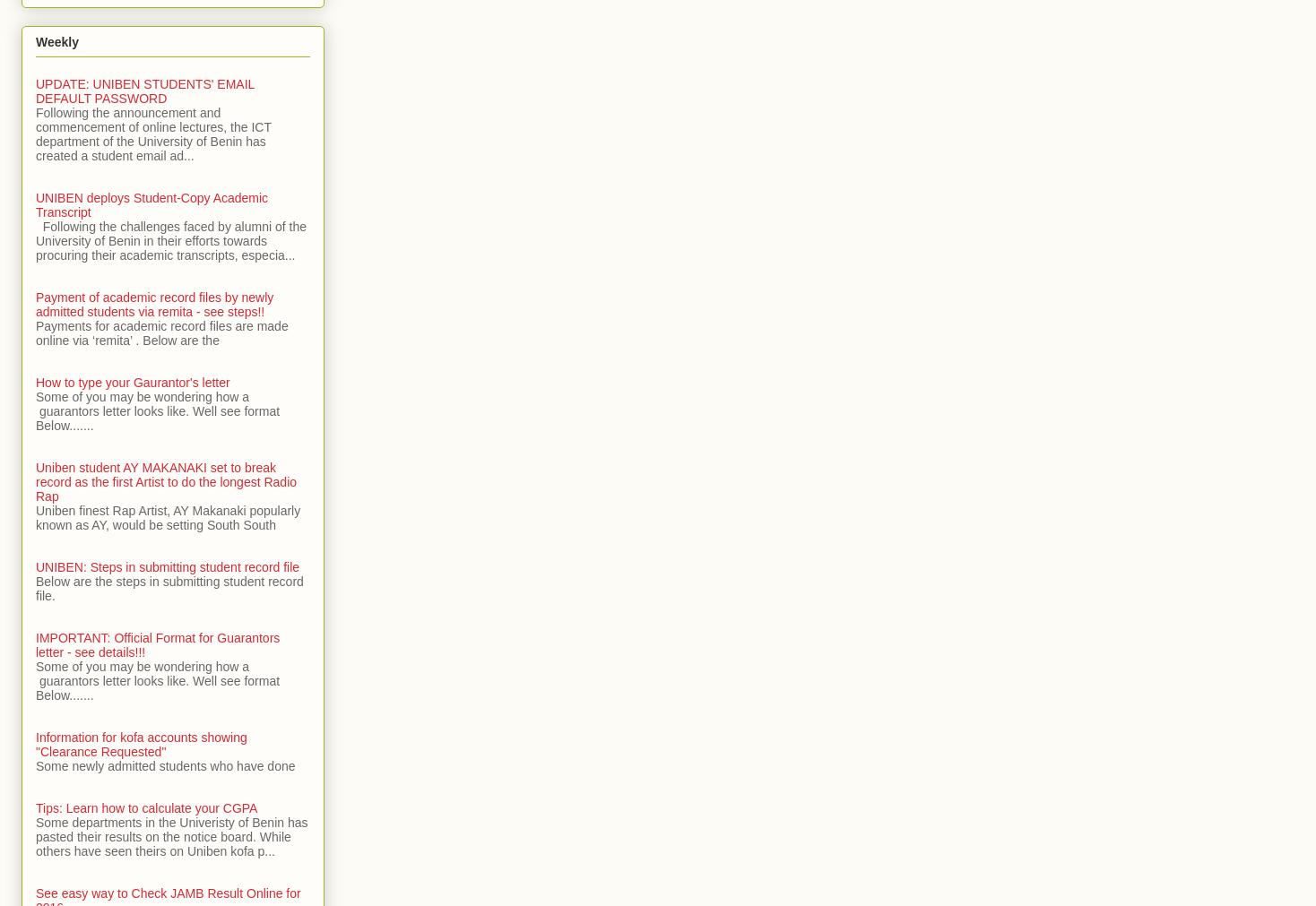  I want to click on 'Tips: Learn how to calculate your CGPA', so click(145, 807).